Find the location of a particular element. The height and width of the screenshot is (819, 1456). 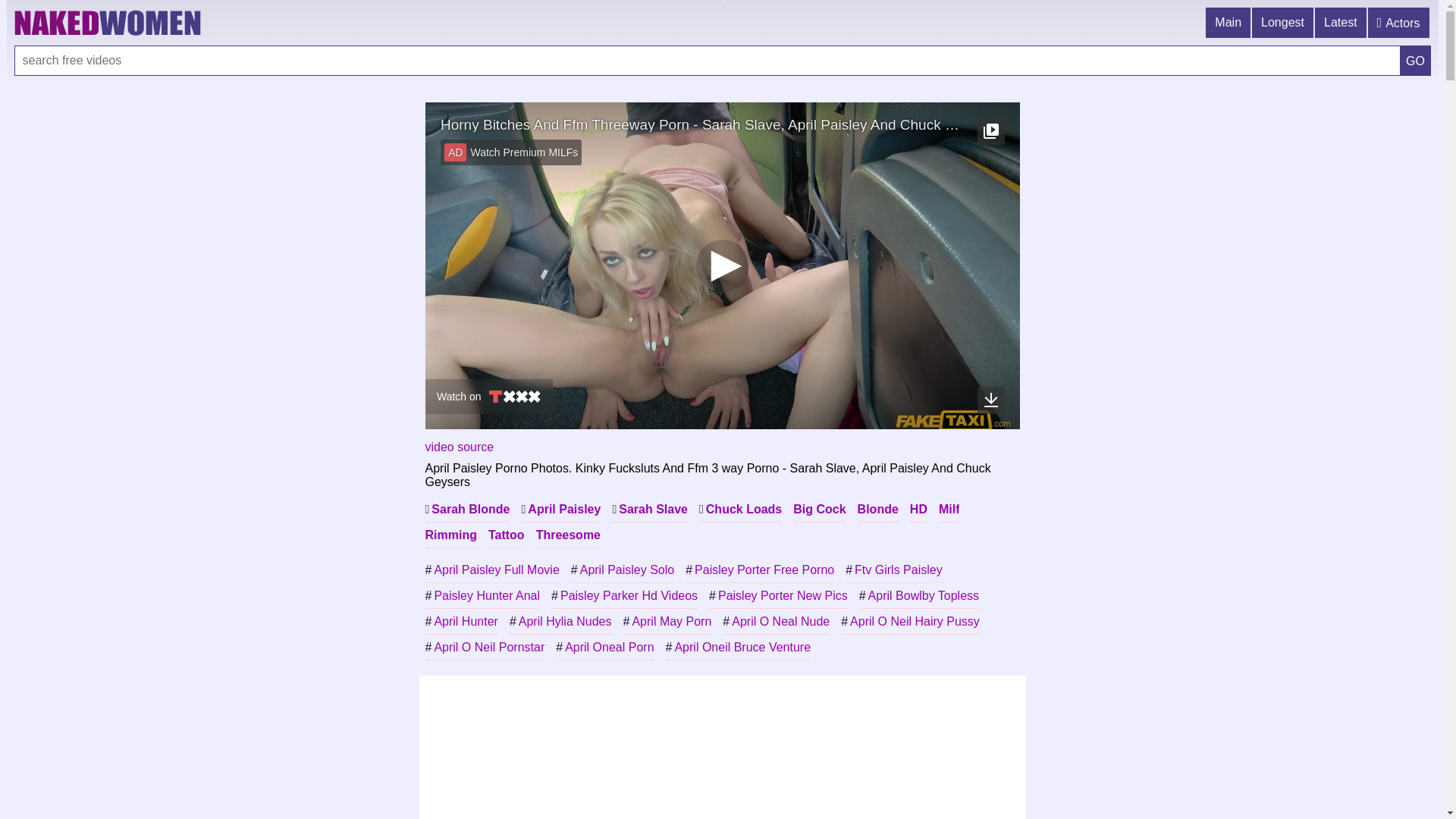

'Blonde' is located at coordinates (877, 509).